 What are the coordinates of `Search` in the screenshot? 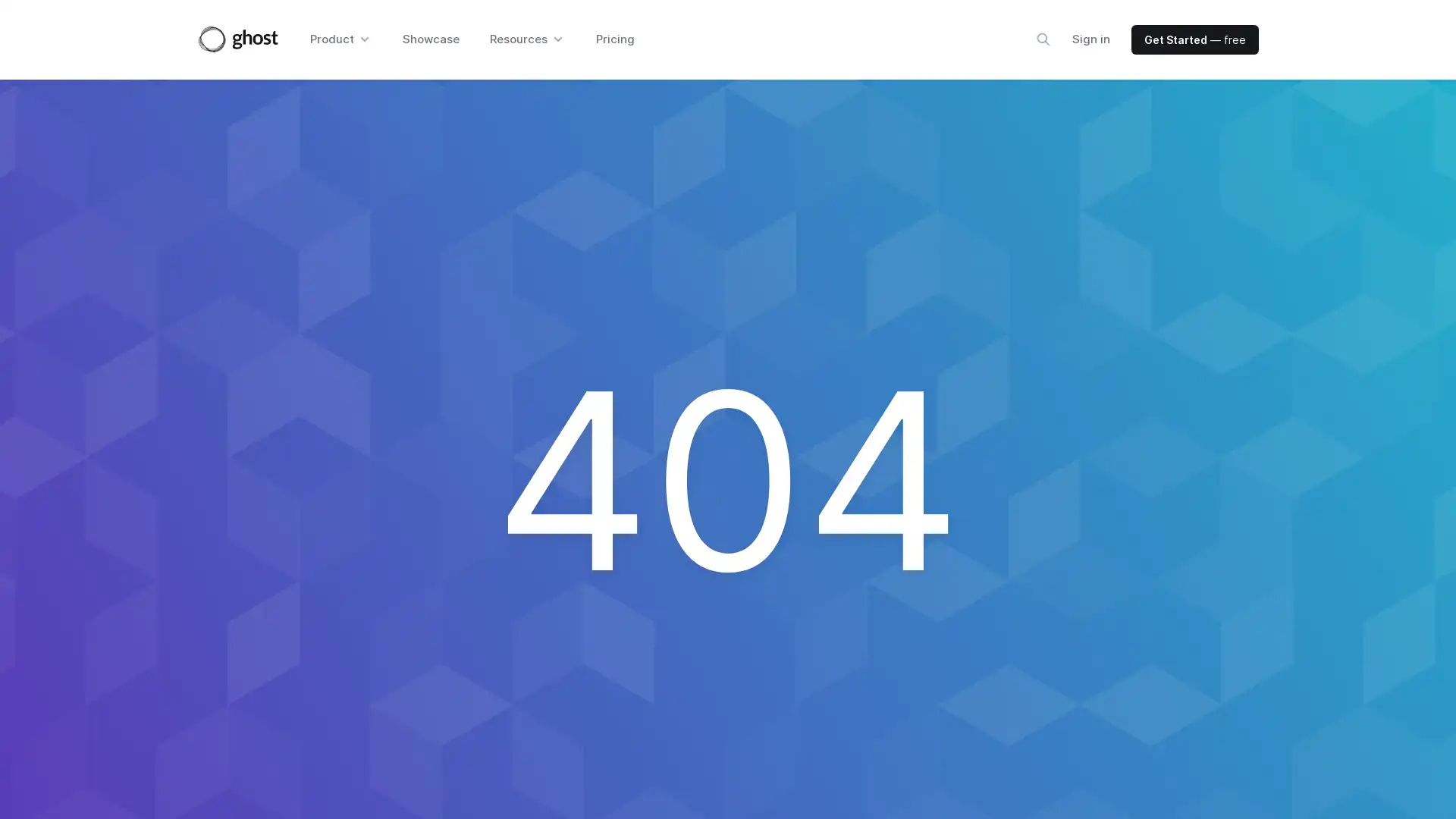 It's located at (1043, 38).